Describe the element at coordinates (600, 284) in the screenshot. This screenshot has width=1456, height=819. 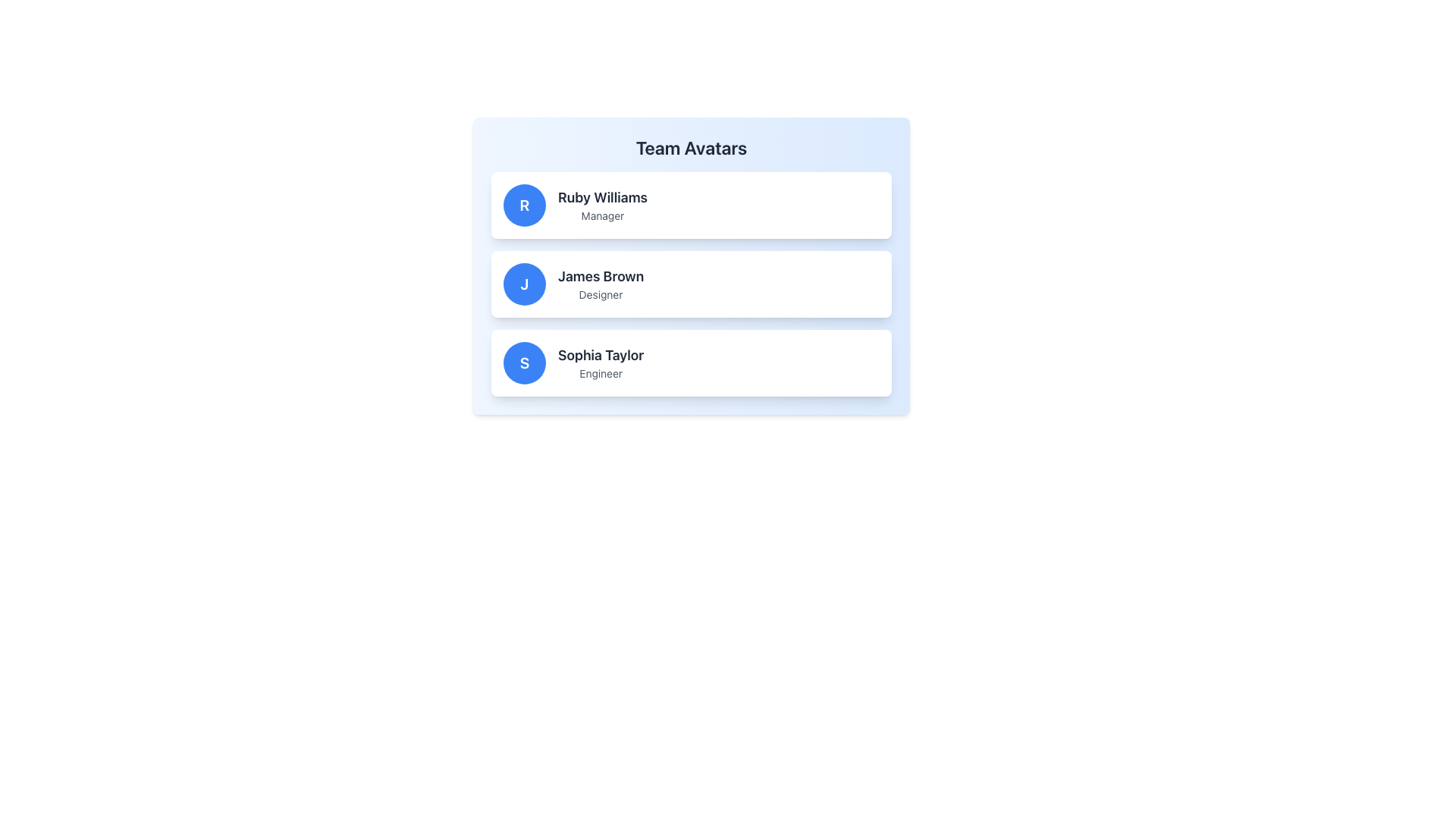
I see `the text block containing the name 'James Brown' styled in bold, located in the second row of items and to the right of the circular blue icon with the letter 'J'` at that location.